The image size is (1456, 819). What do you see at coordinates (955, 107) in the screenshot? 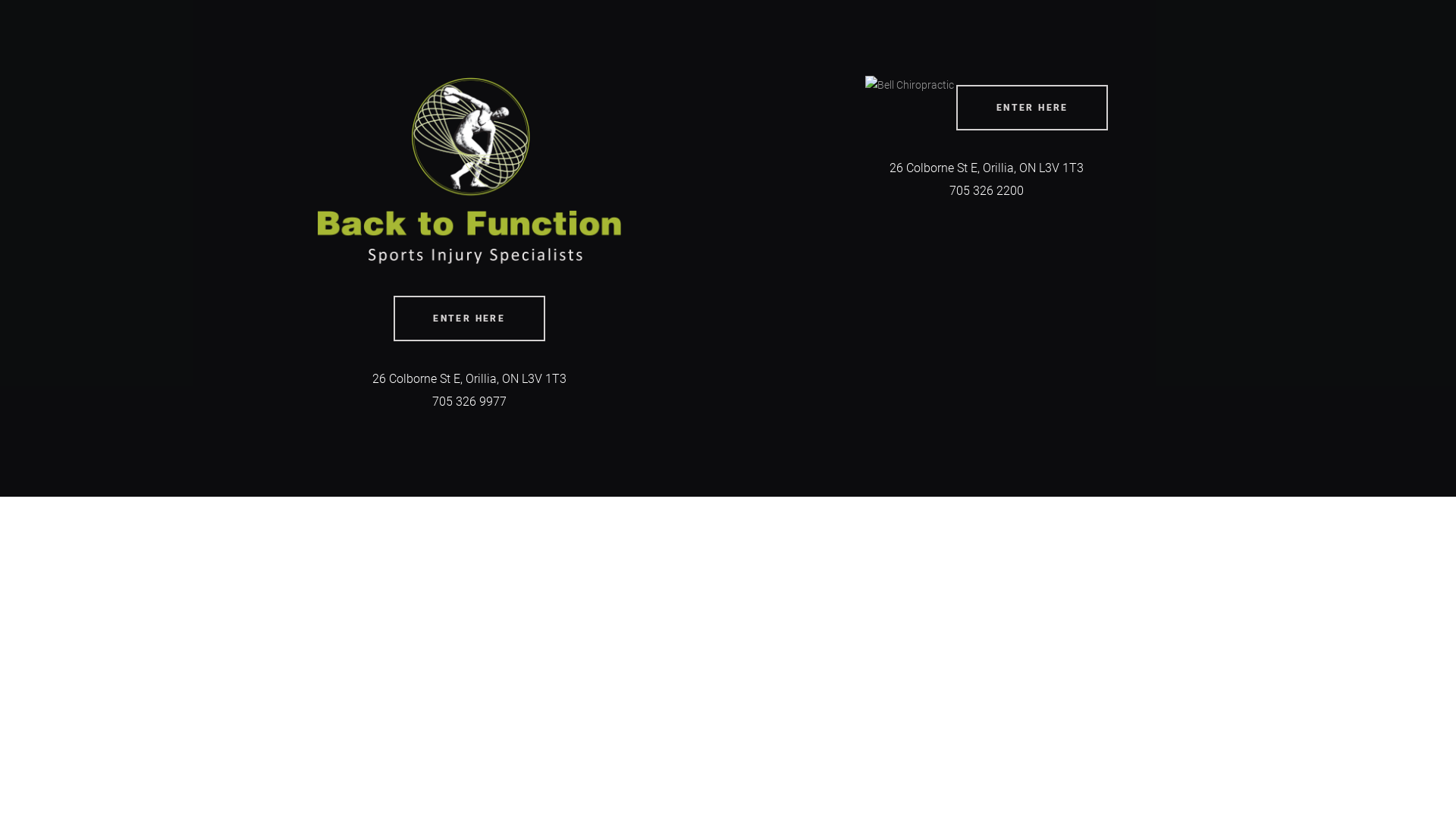
I see `'ENTER HERE'` at bounding box center [955, 107].